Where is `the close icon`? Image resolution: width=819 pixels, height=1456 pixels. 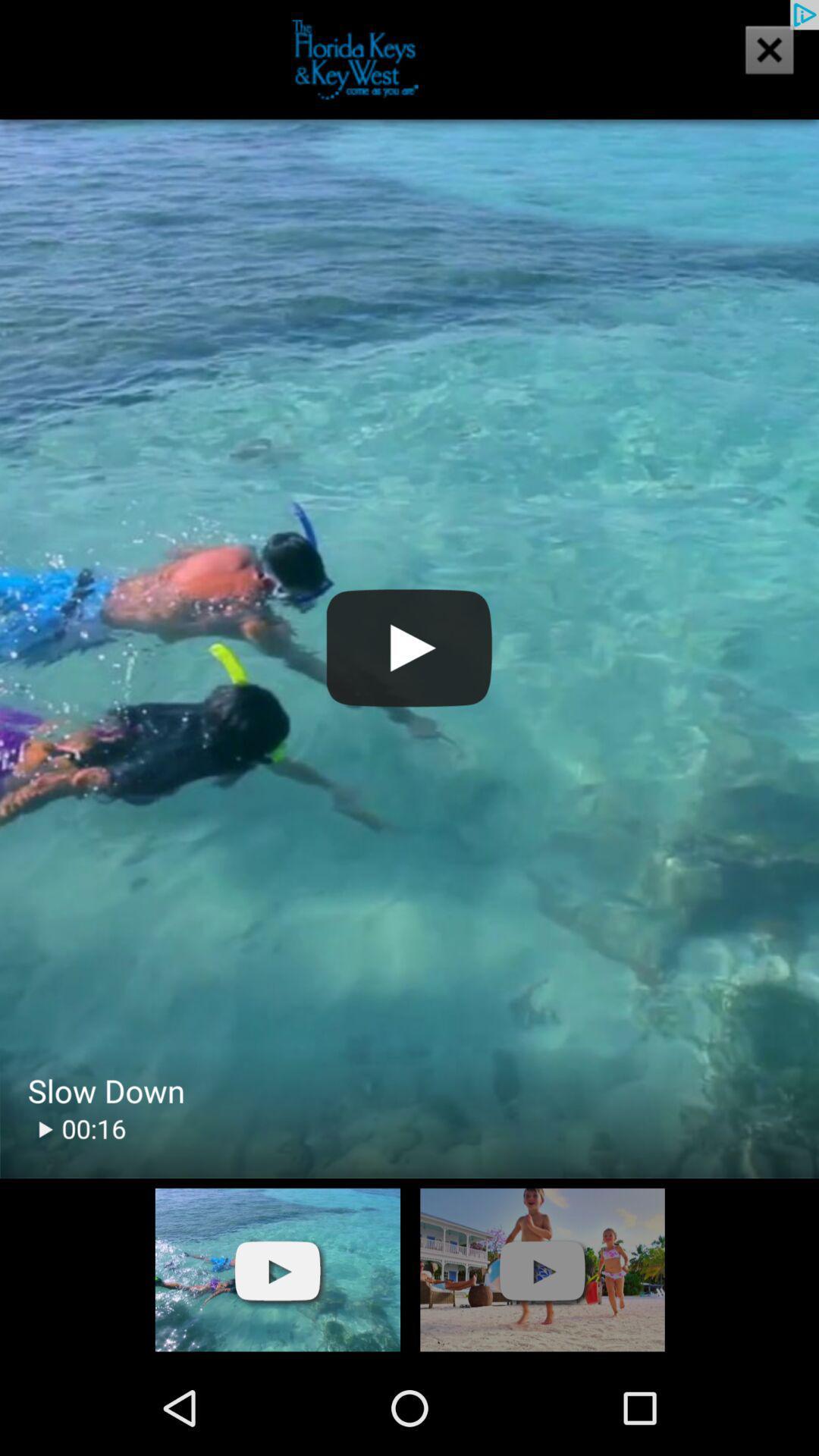
the close icon is located at coordinates (769, 53).